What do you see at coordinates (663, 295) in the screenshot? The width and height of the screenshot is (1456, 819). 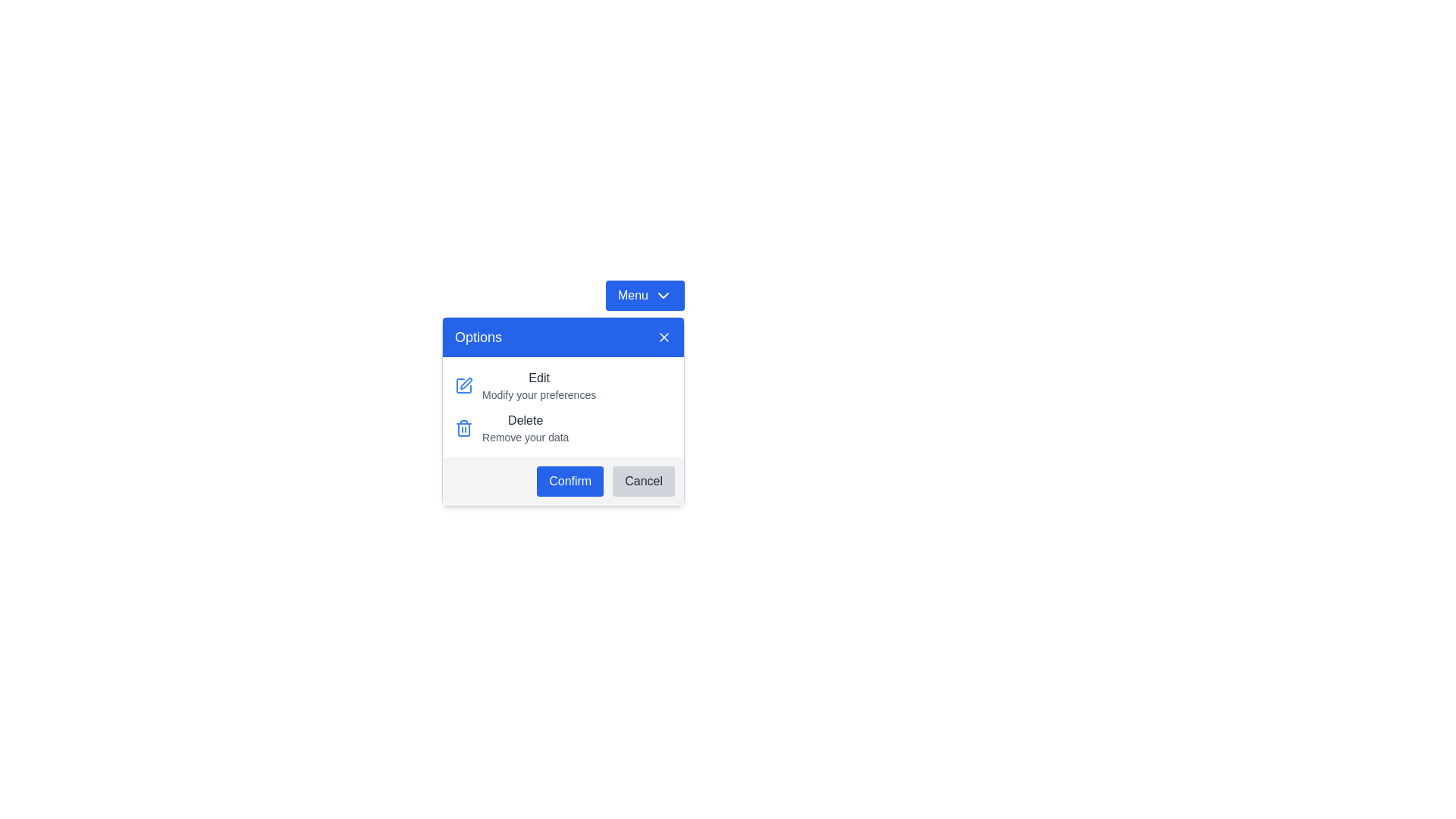 I see `the chevron-down icon located on the right side of the 'Menu' button` at bounding box center [663, 295].